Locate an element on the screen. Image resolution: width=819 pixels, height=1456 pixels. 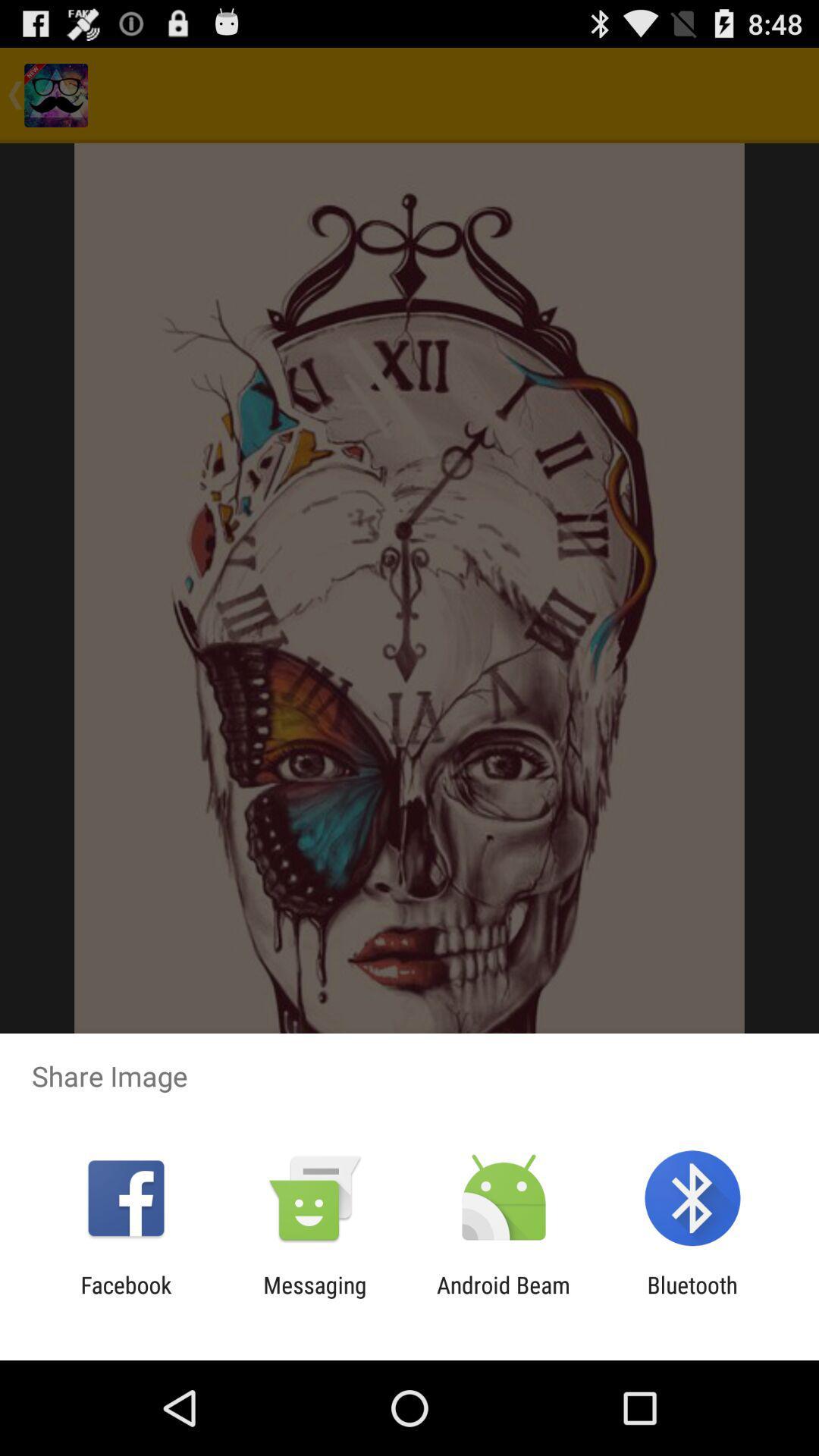
the item next to the messaging icon is located at coordinates (125, 1298).